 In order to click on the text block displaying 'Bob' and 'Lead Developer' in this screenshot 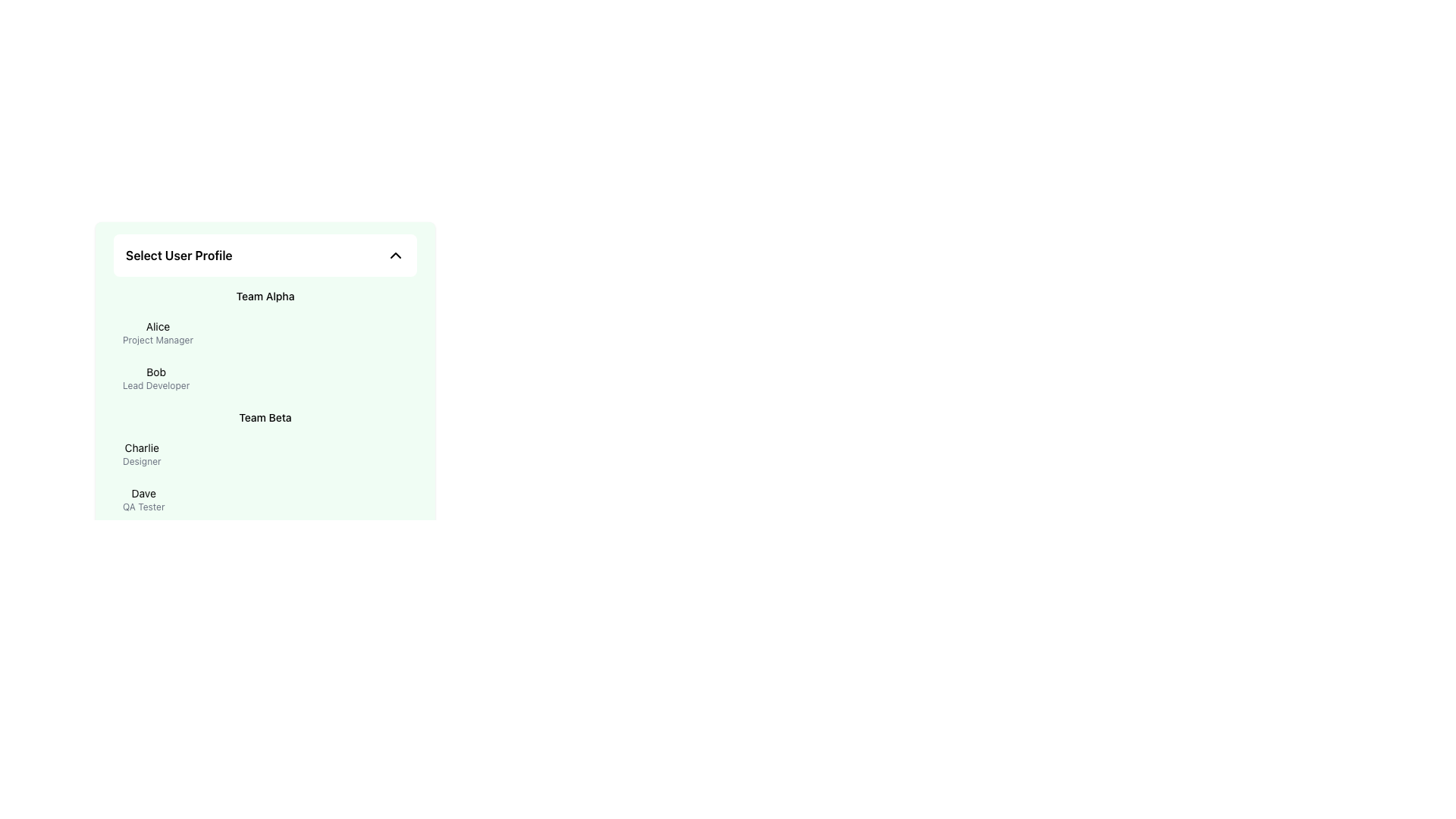, I will do `click(156, 377)`.